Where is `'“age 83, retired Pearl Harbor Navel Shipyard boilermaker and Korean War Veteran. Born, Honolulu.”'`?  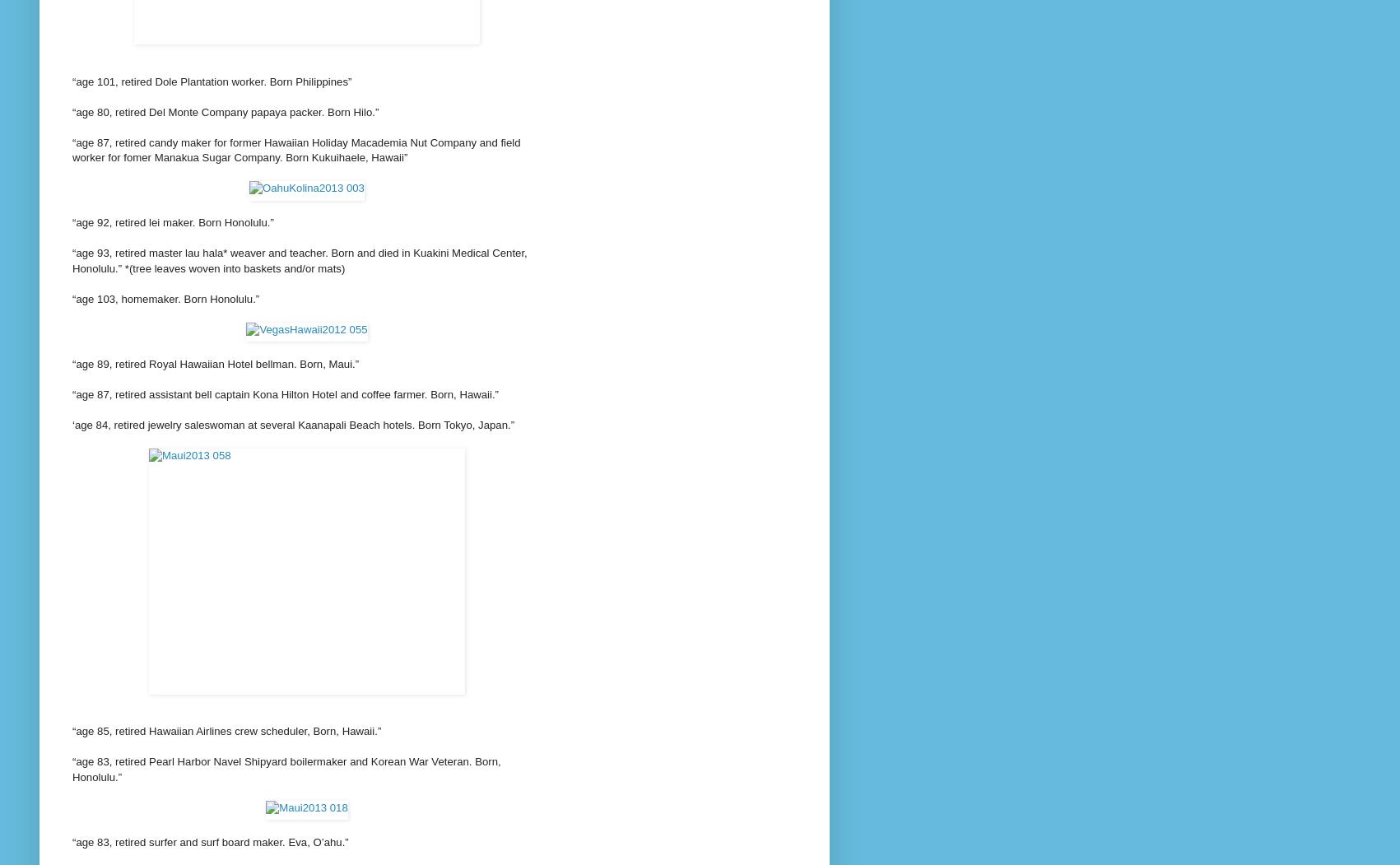
'“age 83, retired Pearl Harbor Navel Shipyard boilermaker and Korean War Veteran. Born, Honolulu.”' is located at coordinates (286, 768).